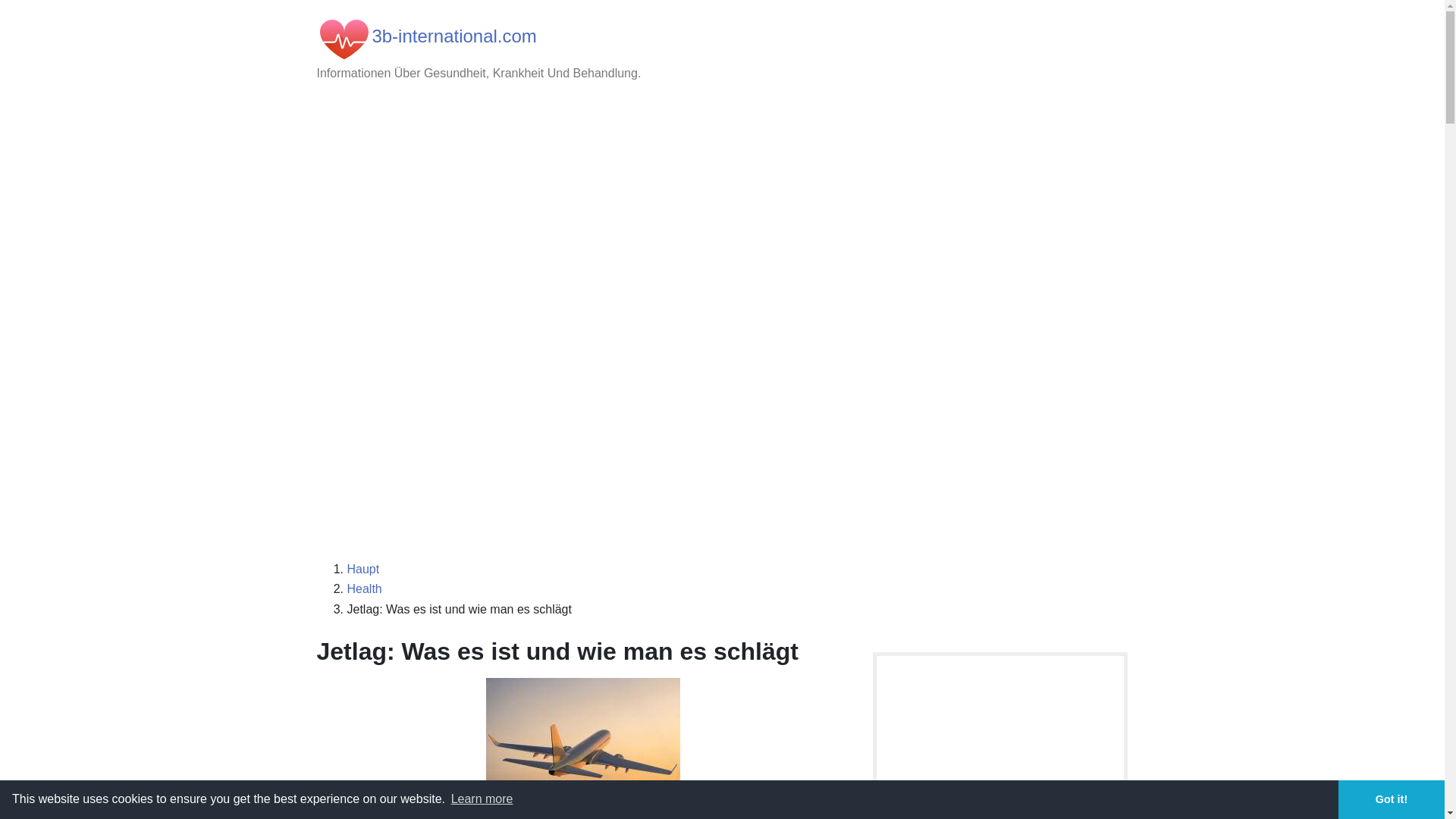 The width and height of the screenshot is (1456, 819). I want to click on '3b-international.com', so click(453, 35).